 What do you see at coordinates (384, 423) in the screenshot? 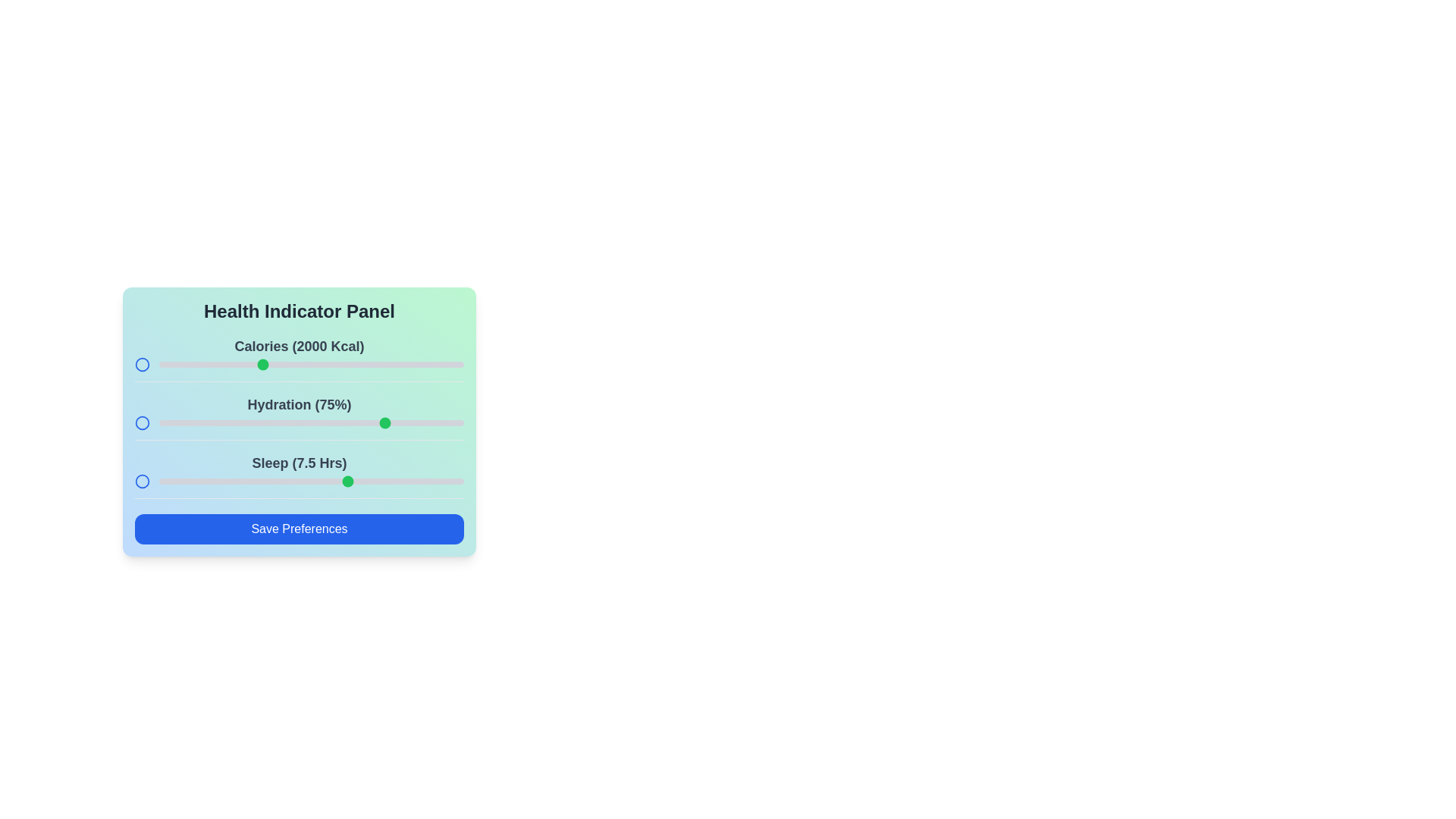
I see `the hydration slider to 74%` at bounding box center [384, 423].